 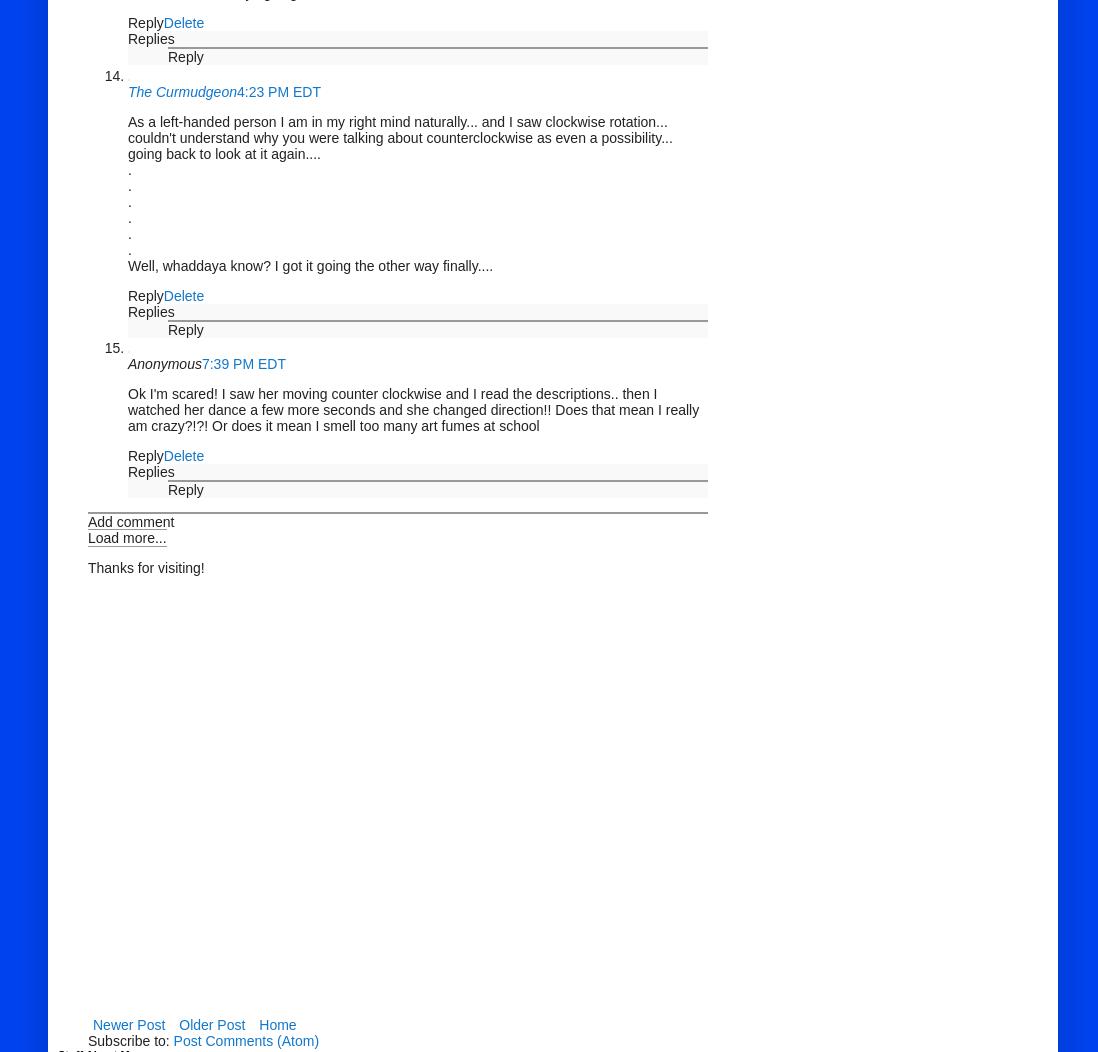 I want to click on 'Home', so click(x=277, y=1023).